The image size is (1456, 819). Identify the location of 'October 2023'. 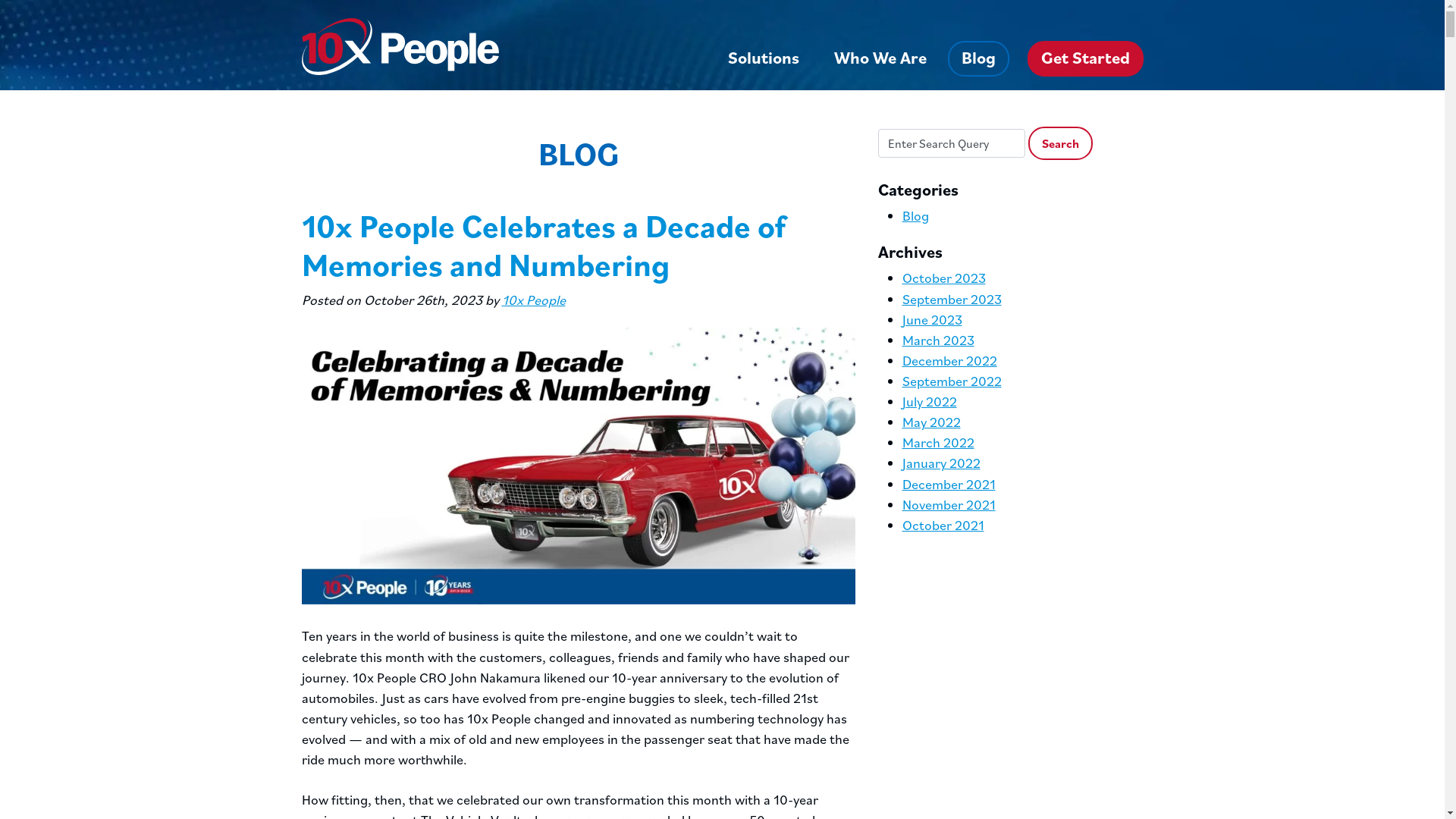
(943, 278).